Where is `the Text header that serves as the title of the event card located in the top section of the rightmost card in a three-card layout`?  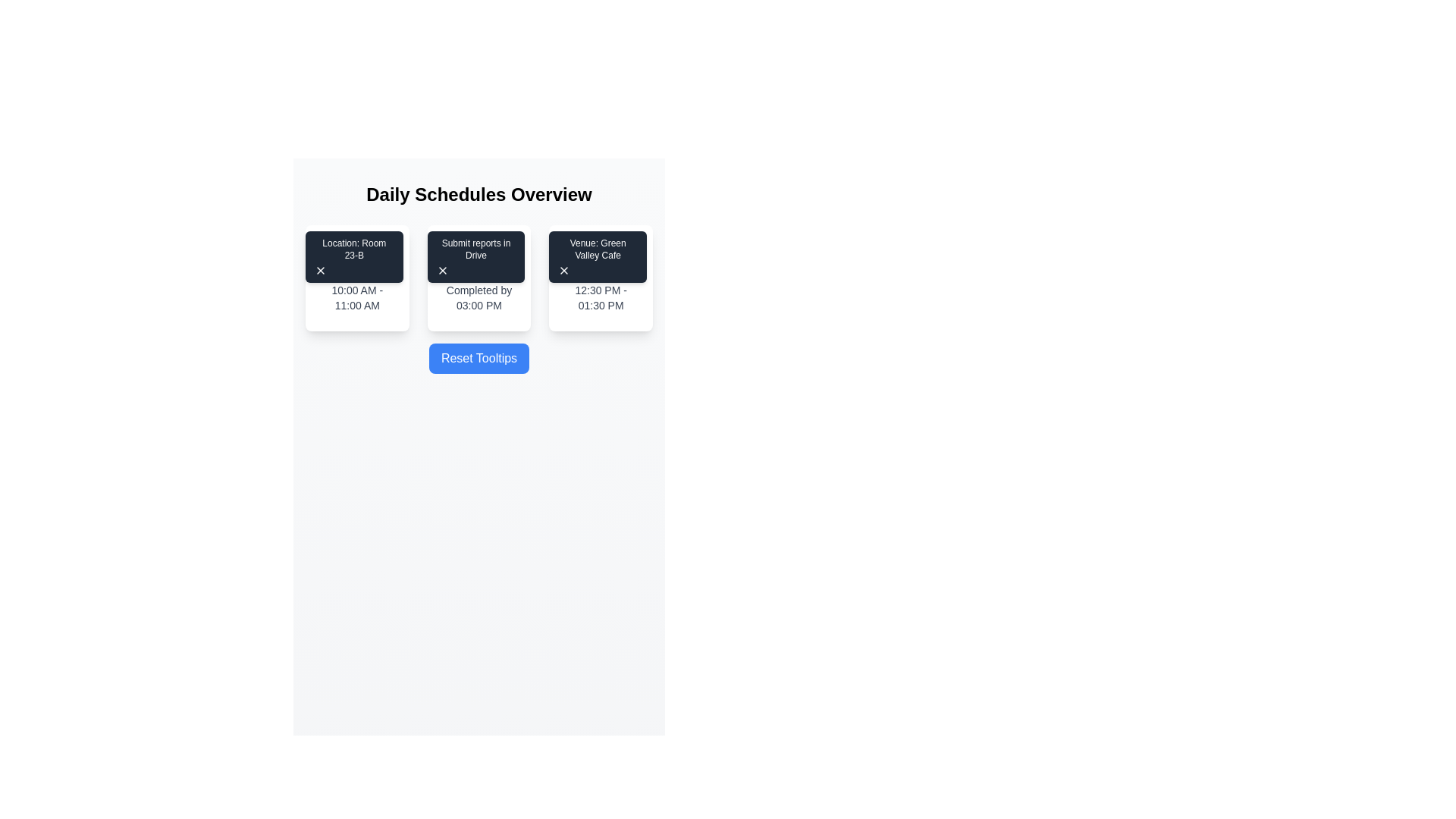 the Text header that serves as the title of the event card located in the top section of the rightmost card in a three-card layout is located at coordinates (600, 260).